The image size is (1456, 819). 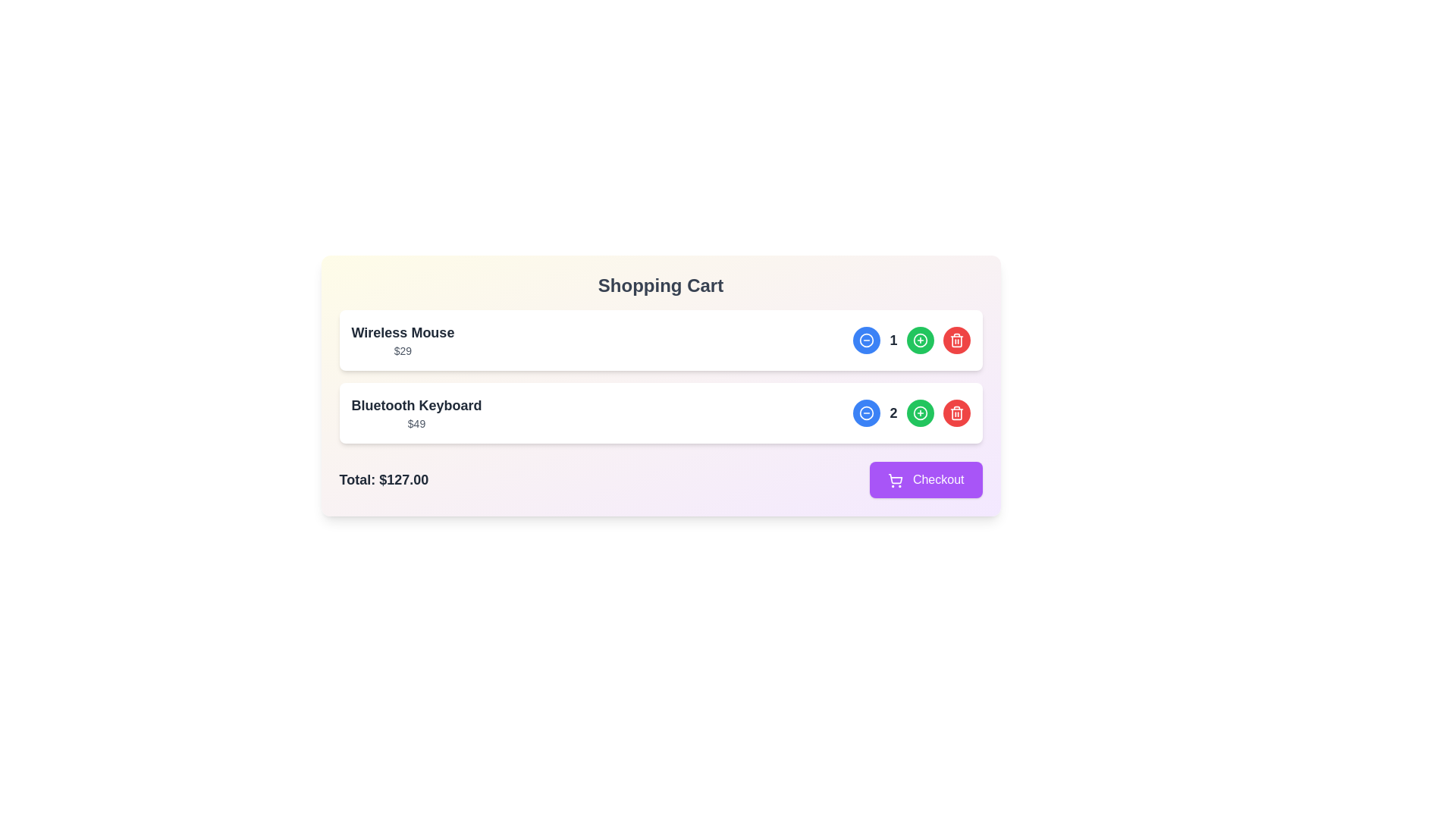 What do you see at coordinates (911, 413) in the screenshot?
I see `the current count displayed in the shopping cart for the Bluetooth Keyboard, as it changes dynamically in response to user interactions with the increment and decrement buttons` at bounding box center [911, 413].